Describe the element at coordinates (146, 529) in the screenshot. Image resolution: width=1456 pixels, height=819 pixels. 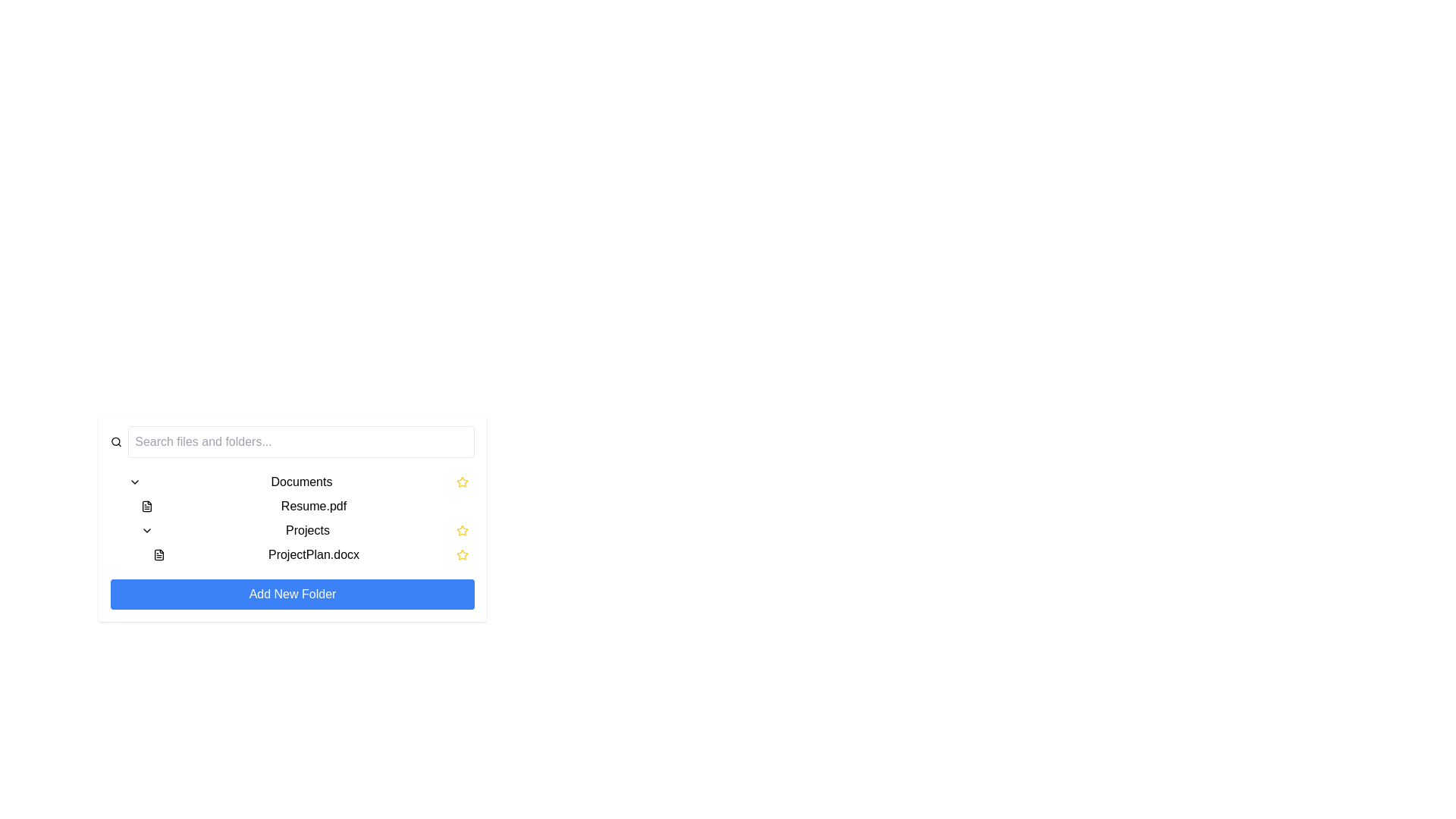
I see `the downward-pointing chevron icon located to the left of the 'Projects' text` at that location.